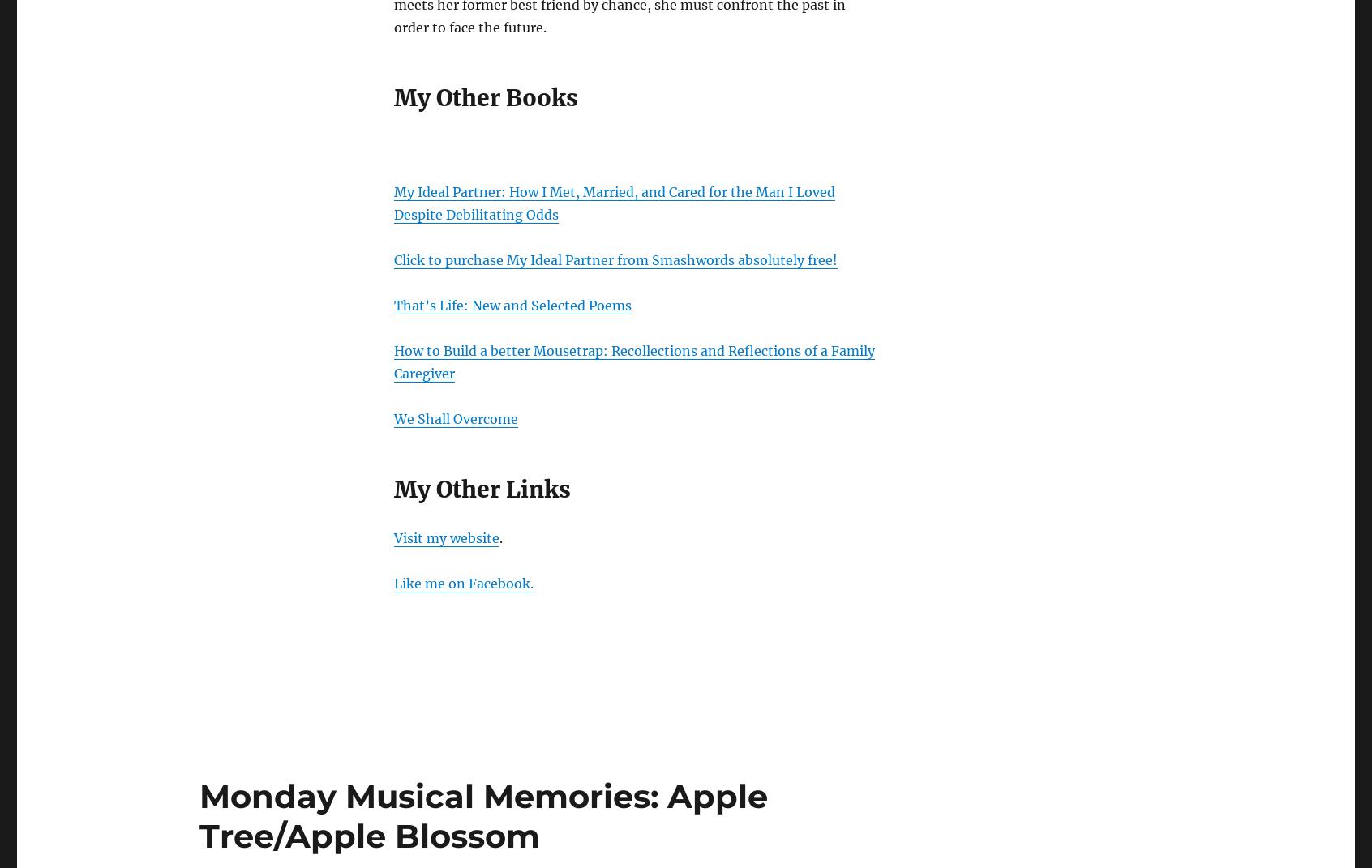 The height and width of the screenshot is (868, 1372). I want to click on 'How to Build a better Mousetrap: Recollections and Reflections of a Family Caregiver', so click(634, 361).